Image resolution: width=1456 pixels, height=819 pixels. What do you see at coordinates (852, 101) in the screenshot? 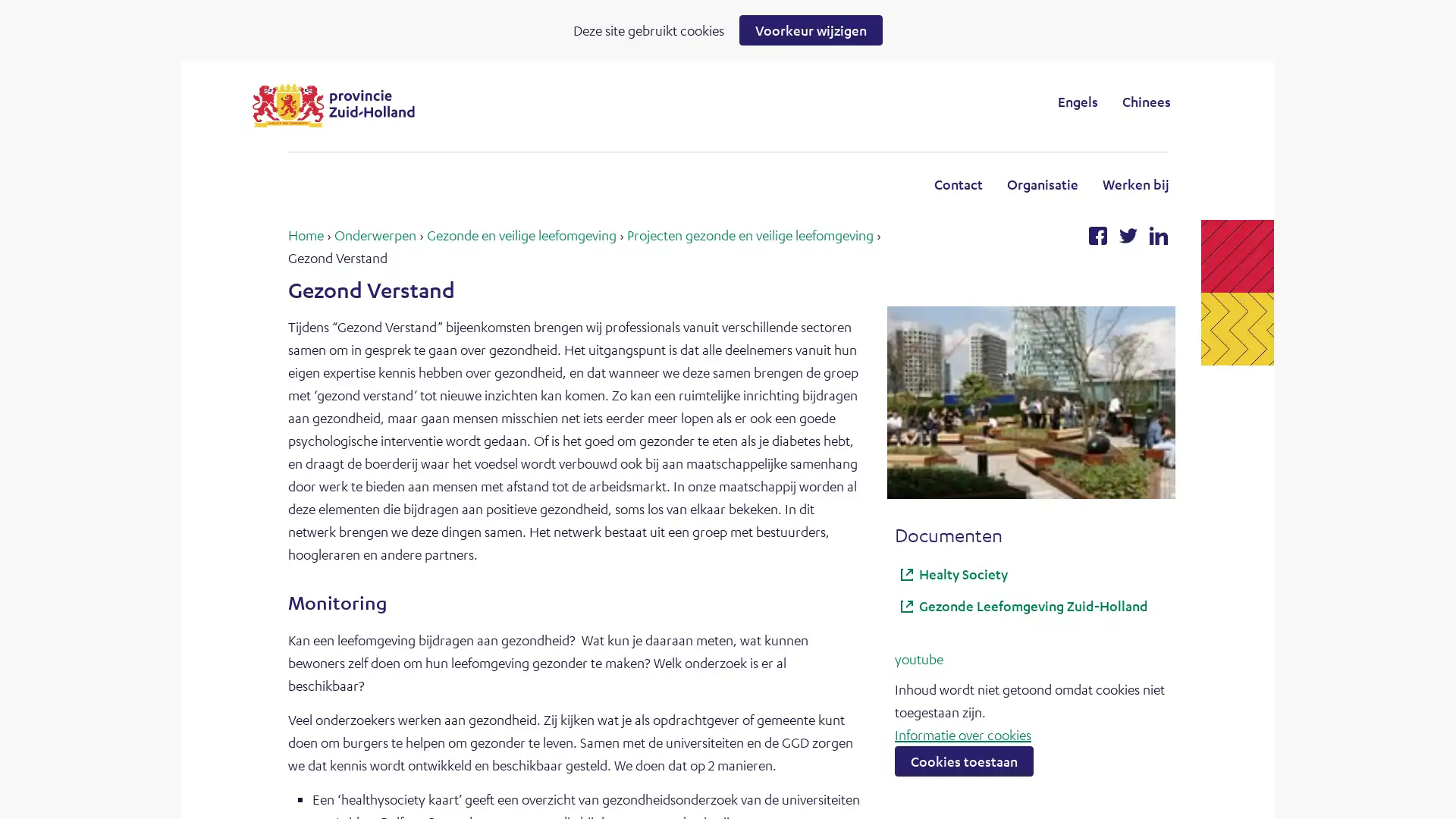
I see `Zoeken` at bounding box center [852, 101].